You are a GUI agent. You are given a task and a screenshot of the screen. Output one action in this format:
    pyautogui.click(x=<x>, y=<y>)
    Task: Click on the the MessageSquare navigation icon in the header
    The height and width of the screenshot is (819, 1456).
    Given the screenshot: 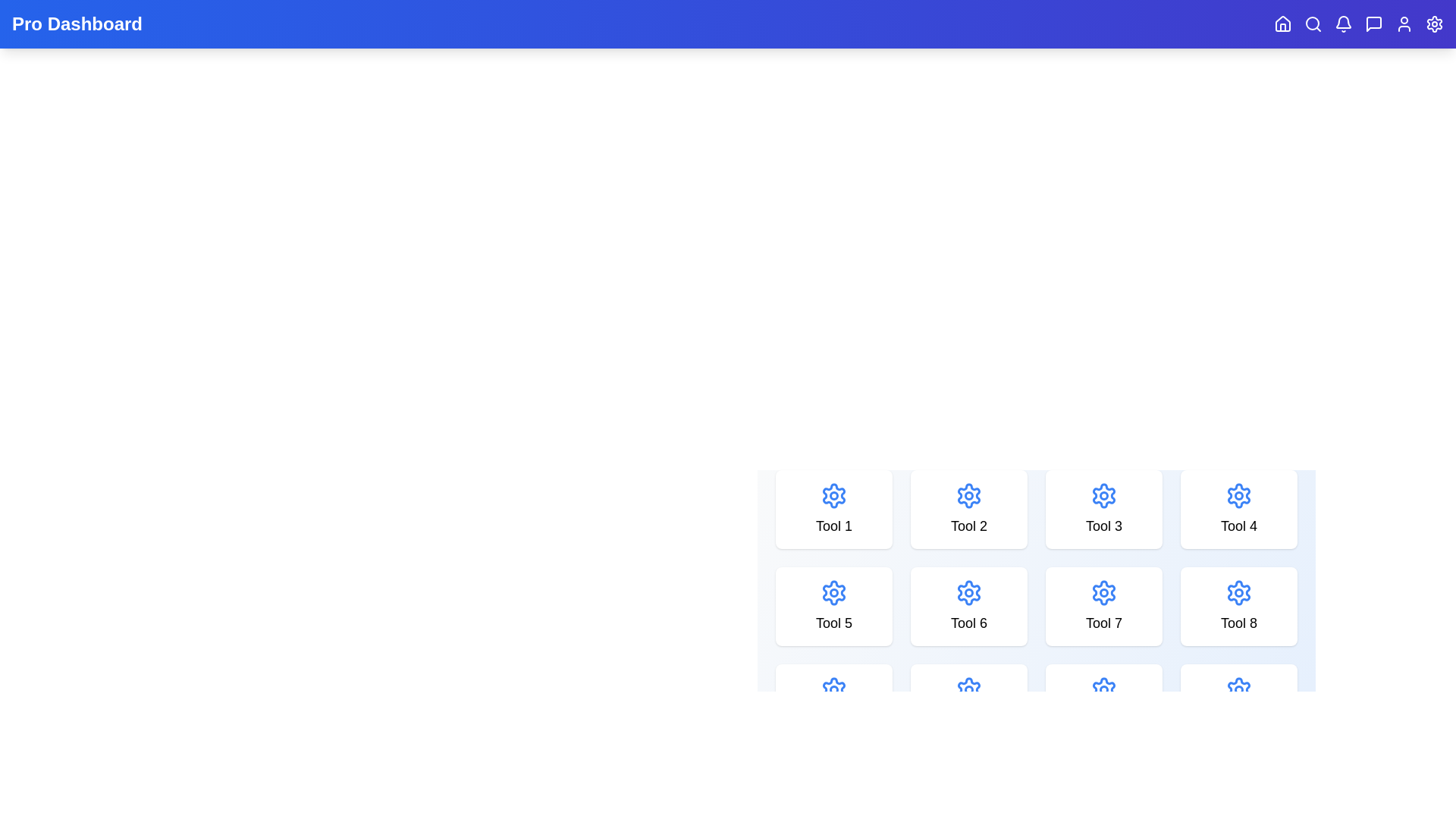 What is the action you would take?
    pyautogui.click(x=1373, y=24)
    